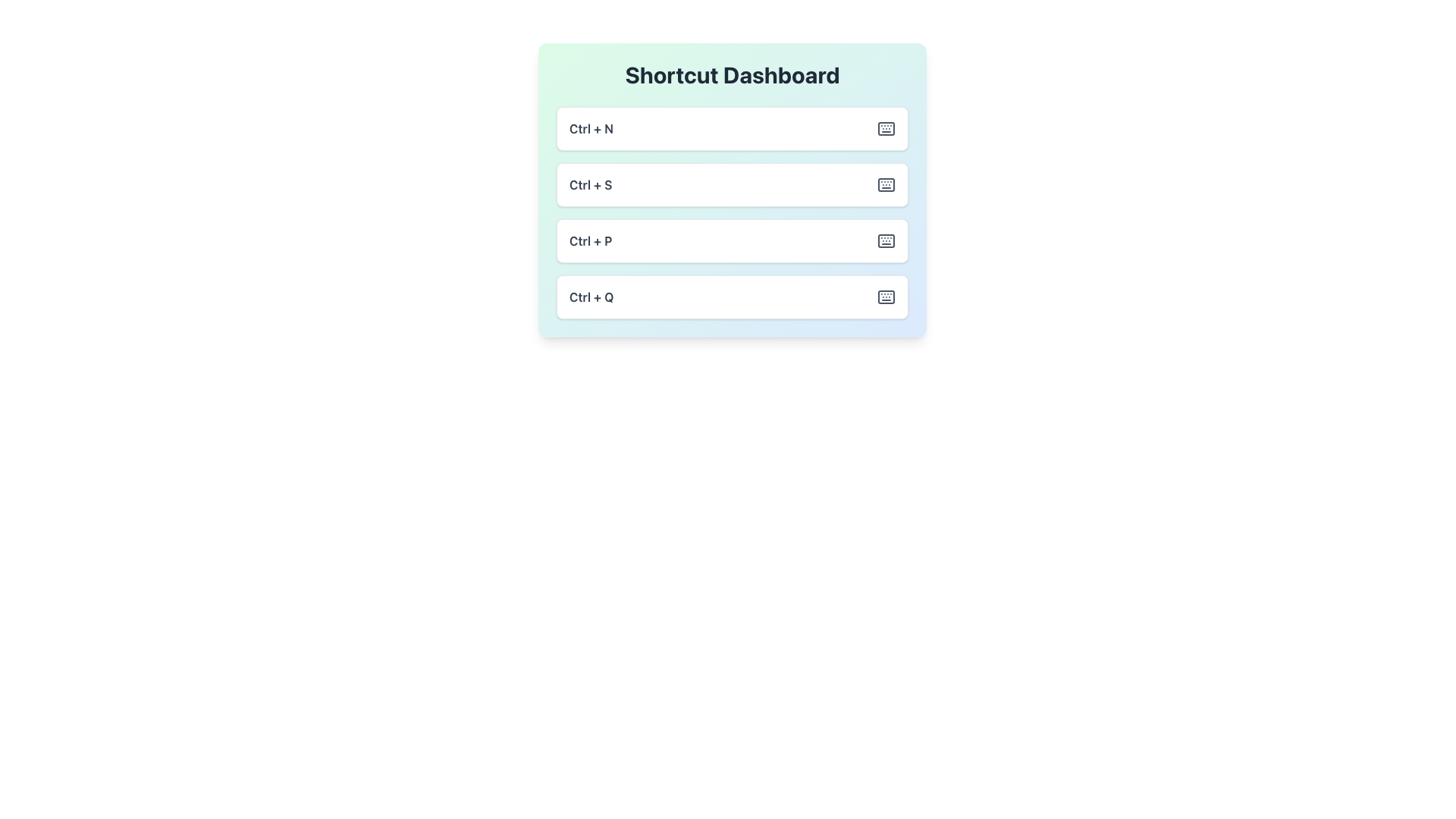 Image resolution: width=1456 pixels, height=819 pixels. What do you see at coordinates (732, 189) in the screenshot?
I see `the second button in the vertical list, which indicates a keyboard shortcut` at bounding box center [732, 189].